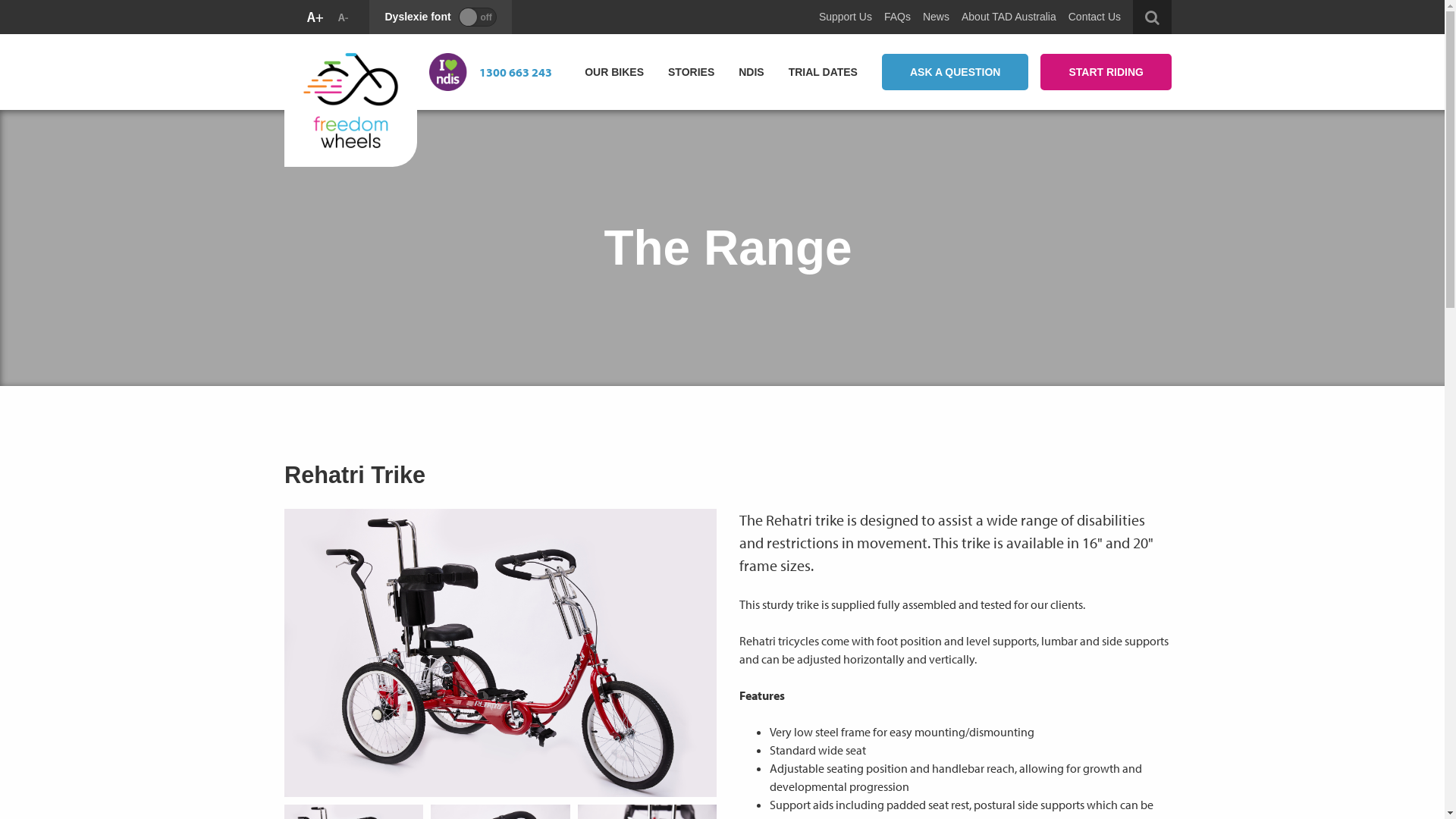 This screenshot has width=1456, height=819. What do you see at coordinates (690, 71) in the screenshot?
I see `'STORIES'` at bounding box center [690, 71].